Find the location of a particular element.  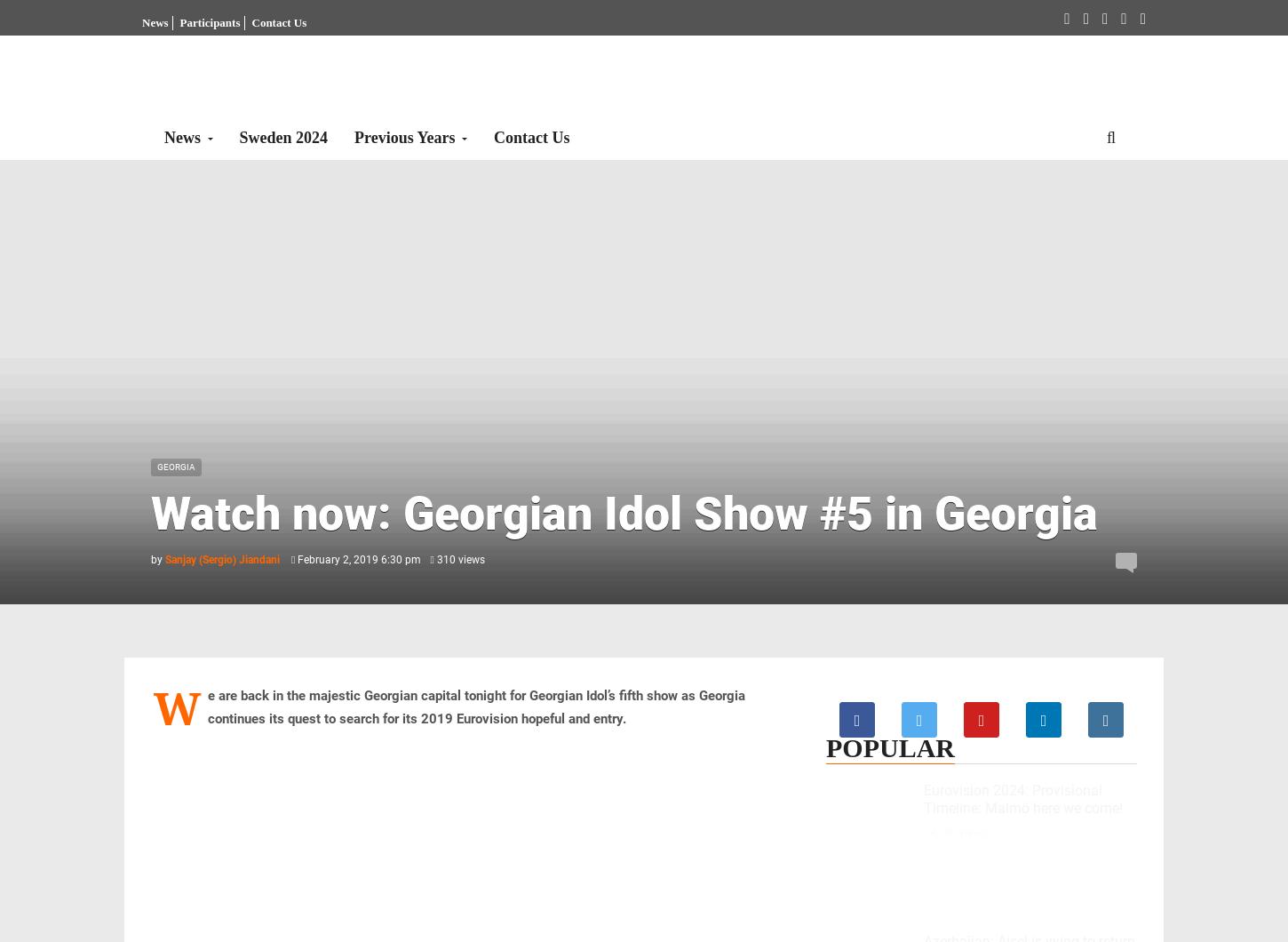

'4,770 views' is located at coordinates (957, 832).